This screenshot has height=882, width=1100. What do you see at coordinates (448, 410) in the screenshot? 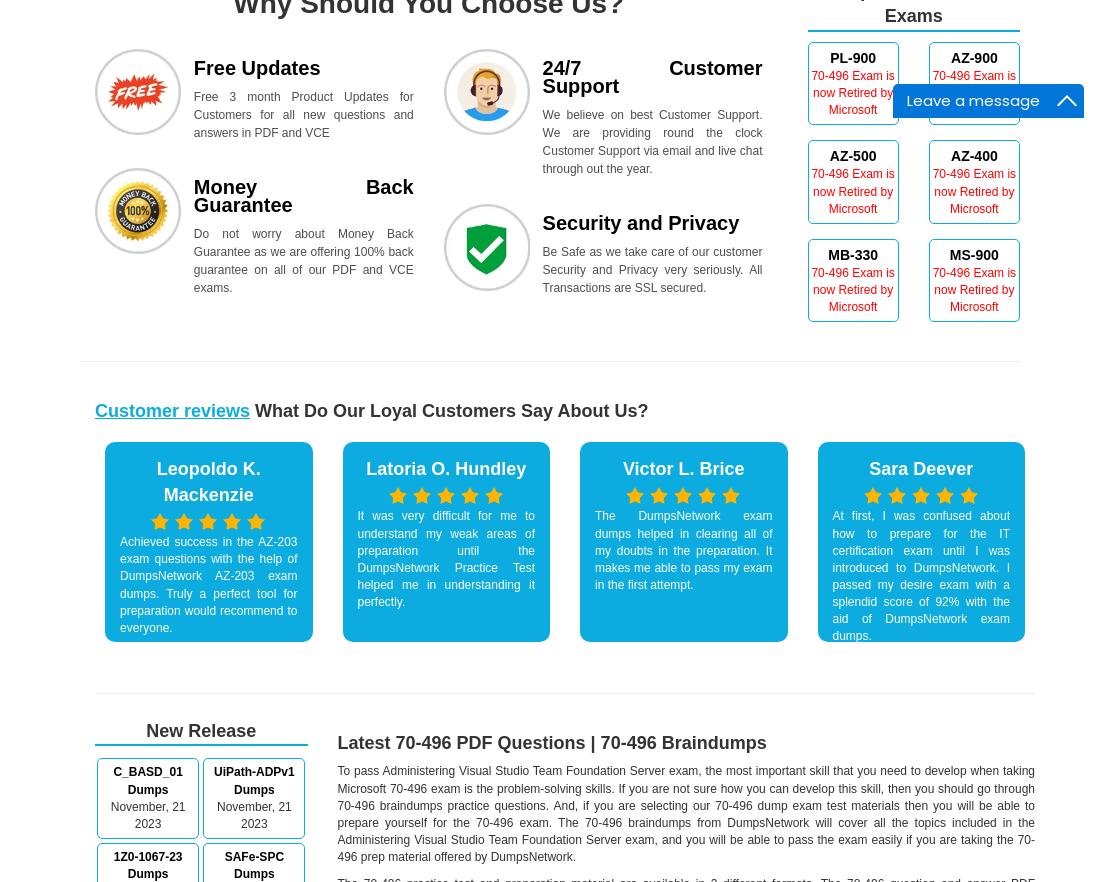
I see `'What Do Our Loyal Customers Say About Us?'` at bounding box center [448, 410].